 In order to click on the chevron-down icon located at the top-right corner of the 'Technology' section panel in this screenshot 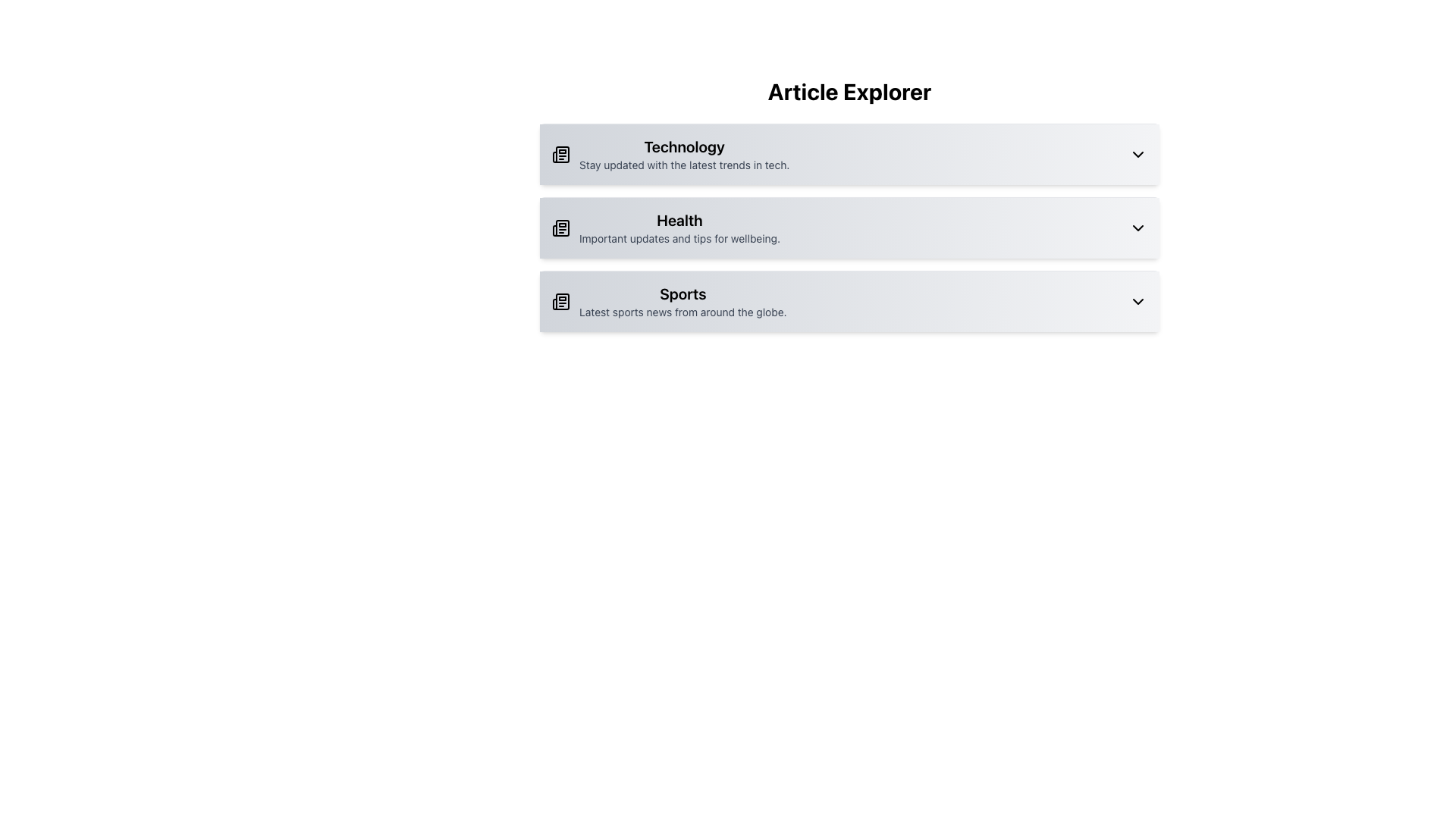, I will do `click(1138, 155)`.